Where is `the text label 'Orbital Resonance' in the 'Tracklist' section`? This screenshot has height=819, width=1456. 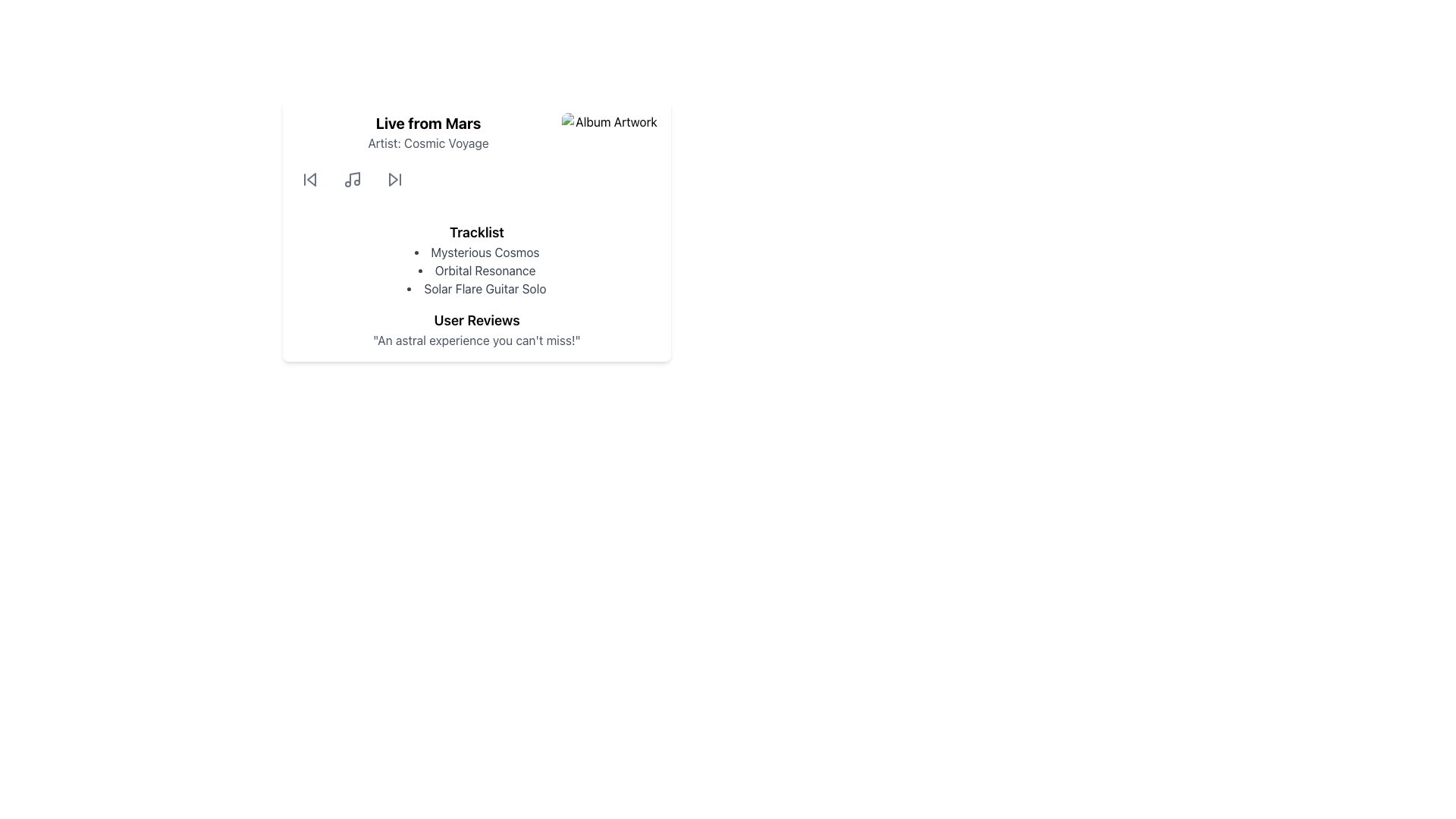 the text label 'Orbital Resonance' in the 'Tracklist' section is located at coordinates (475, 270).